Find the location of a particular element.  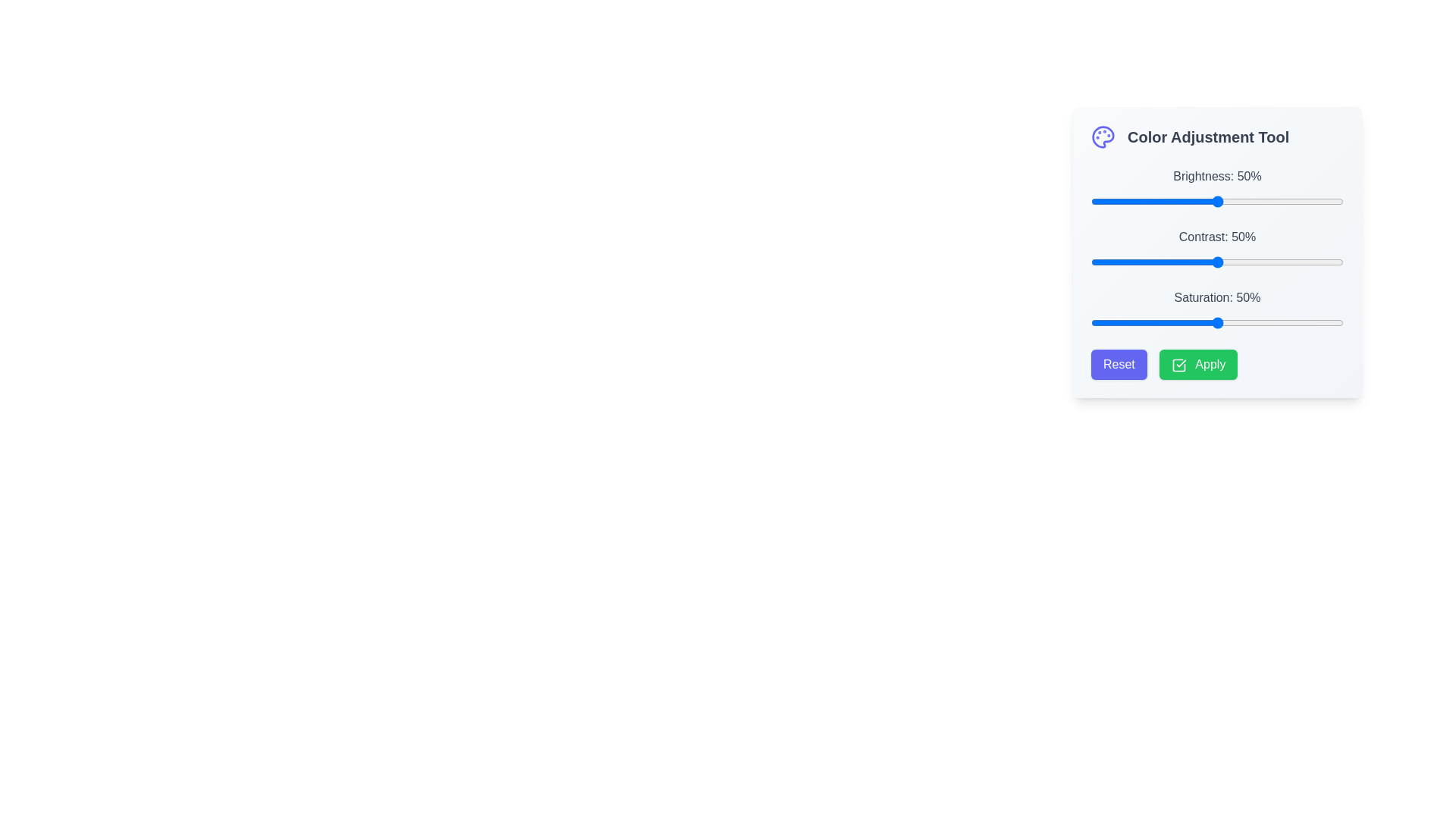

the contrast is located at coordinates (1242, 262).